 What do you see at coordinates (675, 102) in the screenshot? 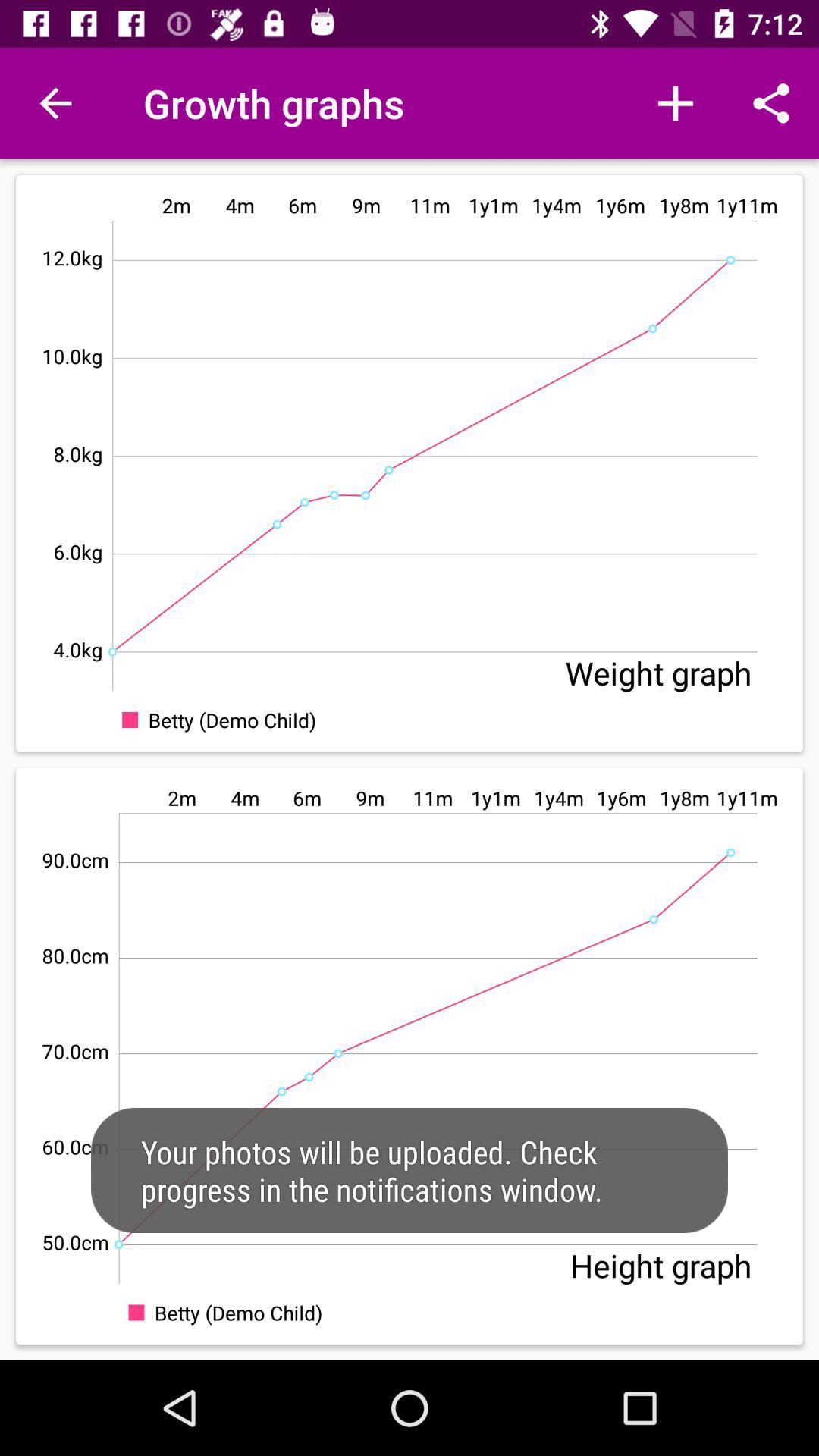
I see `icon next to growth graphs` at bounding box center [675, 102].